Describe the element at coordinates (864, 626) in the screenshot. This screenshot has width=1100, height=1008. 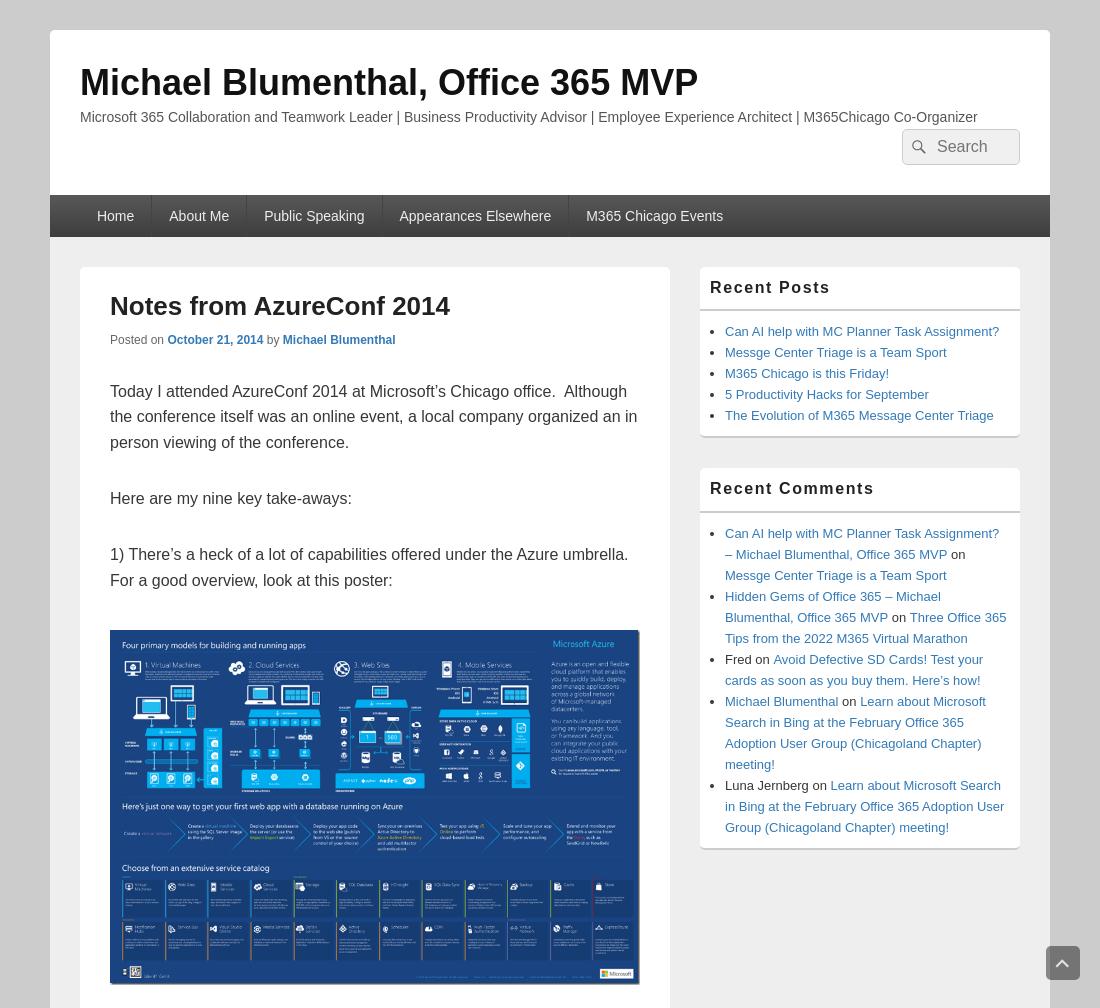
I see `'Three Office 365 Tips from the 2022 M365 Virtual Marathon'` at that location.